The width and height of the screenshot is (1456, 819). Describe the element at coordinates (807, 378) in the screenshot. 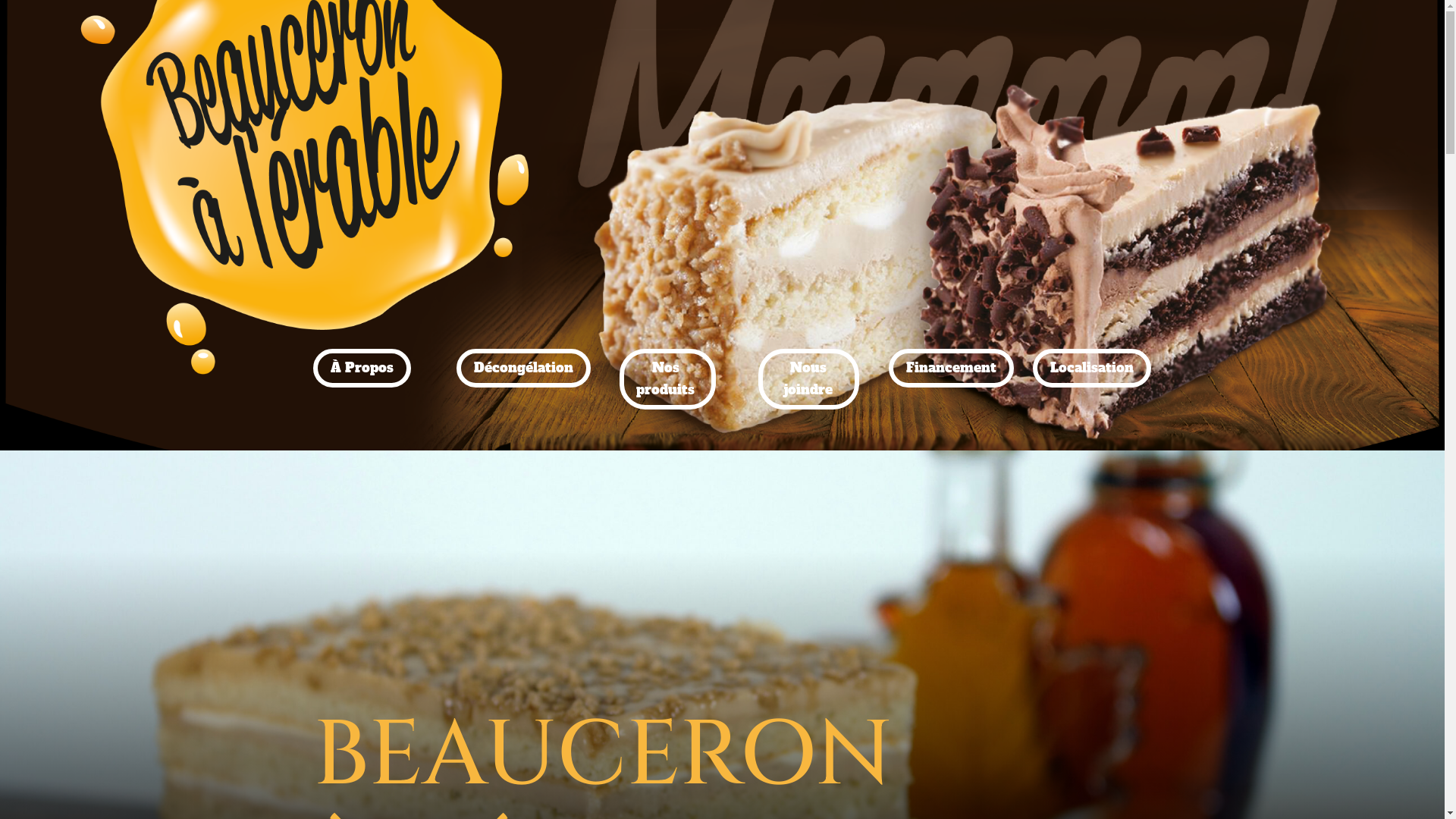

I see `'Nous joindre'` at that location.